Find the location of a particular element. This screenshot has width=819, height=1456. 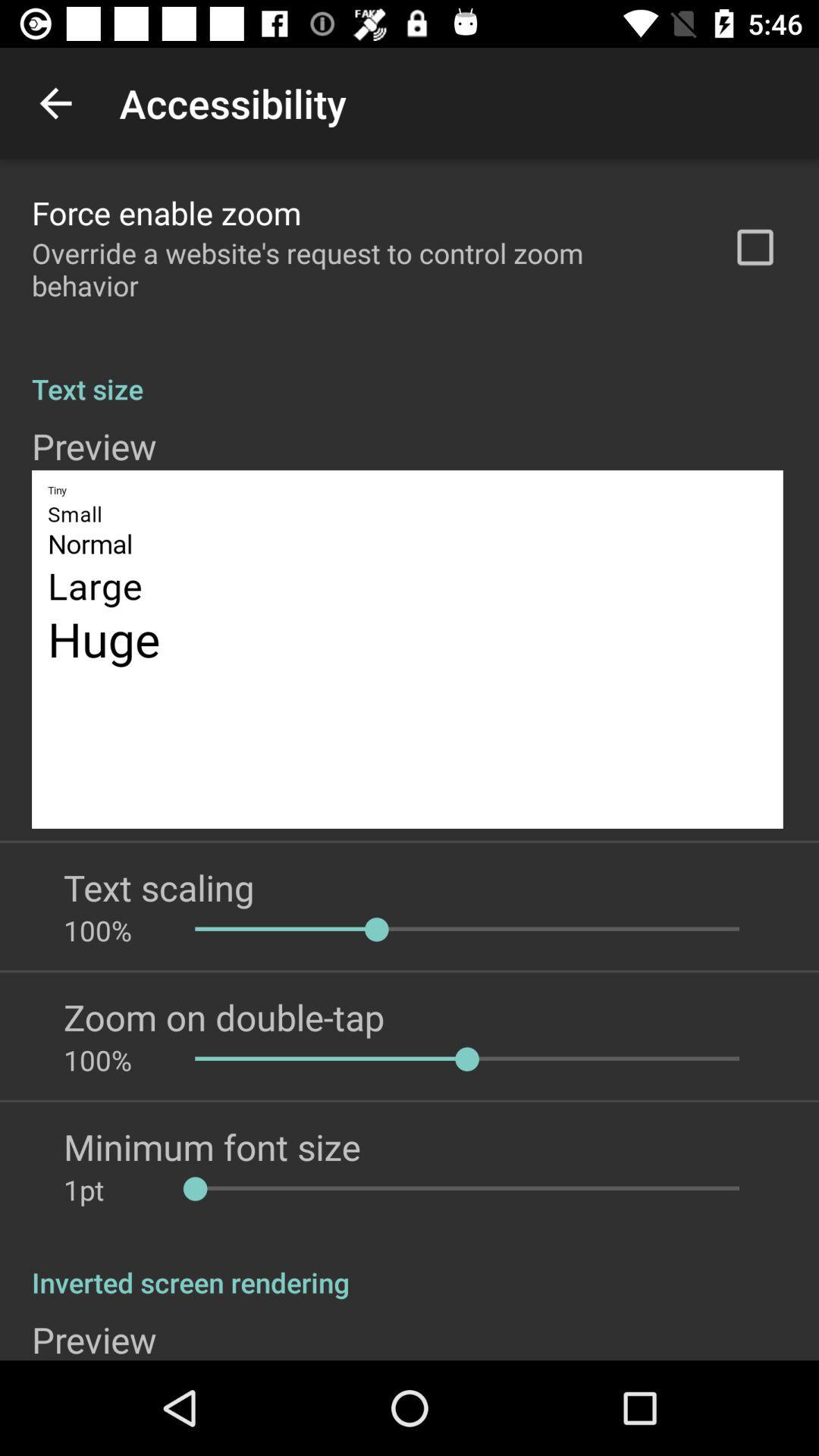

the text size app is located at coordinates (409, 372).